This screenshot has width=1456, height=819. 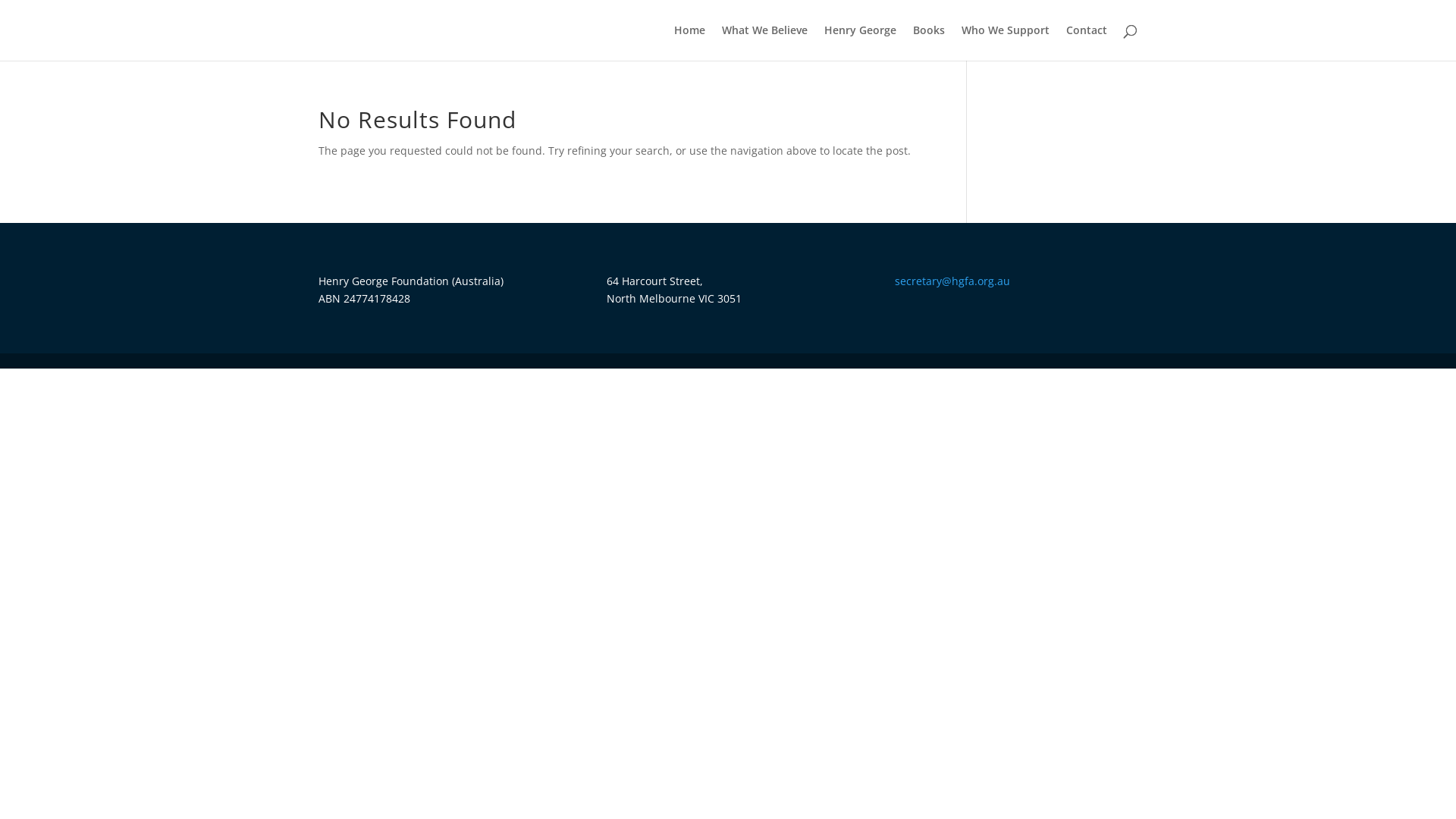 What do you see at coordinates (689, 42) in the screenshot?
I see `'Home'` at bounding box center [689, 42].